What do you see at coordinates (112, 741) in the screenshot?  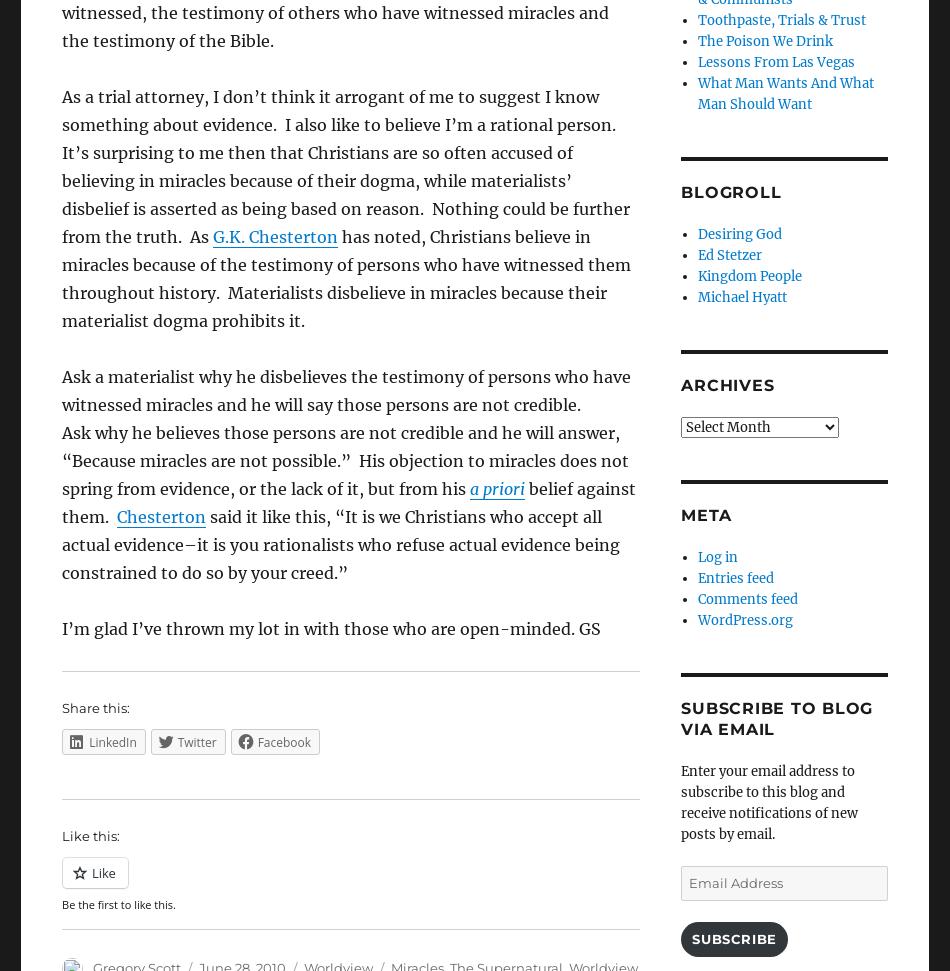 I see `'LinkedIn'` at bounding box center [112, 741].